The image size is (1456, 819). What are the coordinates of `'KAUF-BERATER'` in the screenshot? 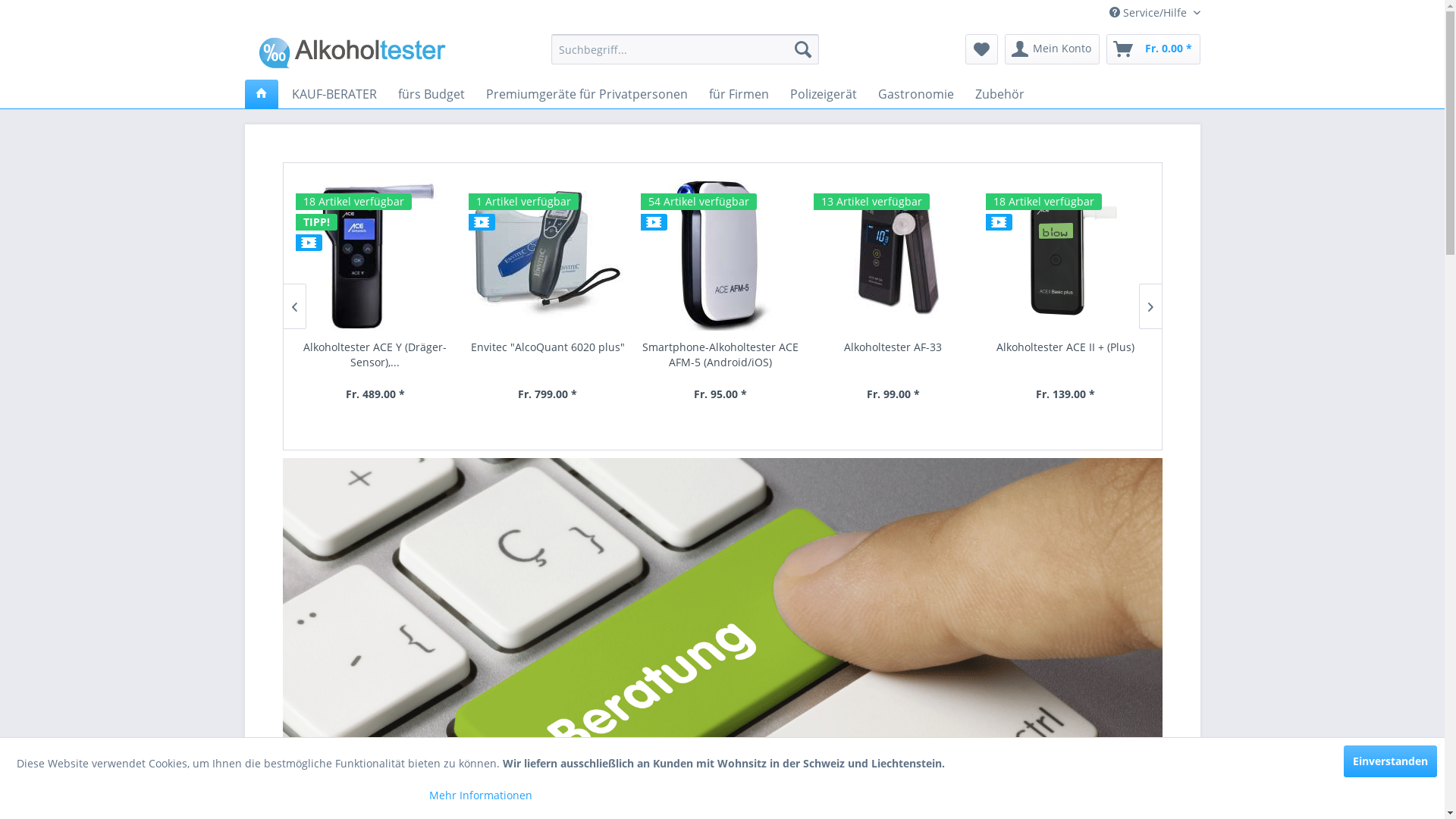 It's located at (333, 93).